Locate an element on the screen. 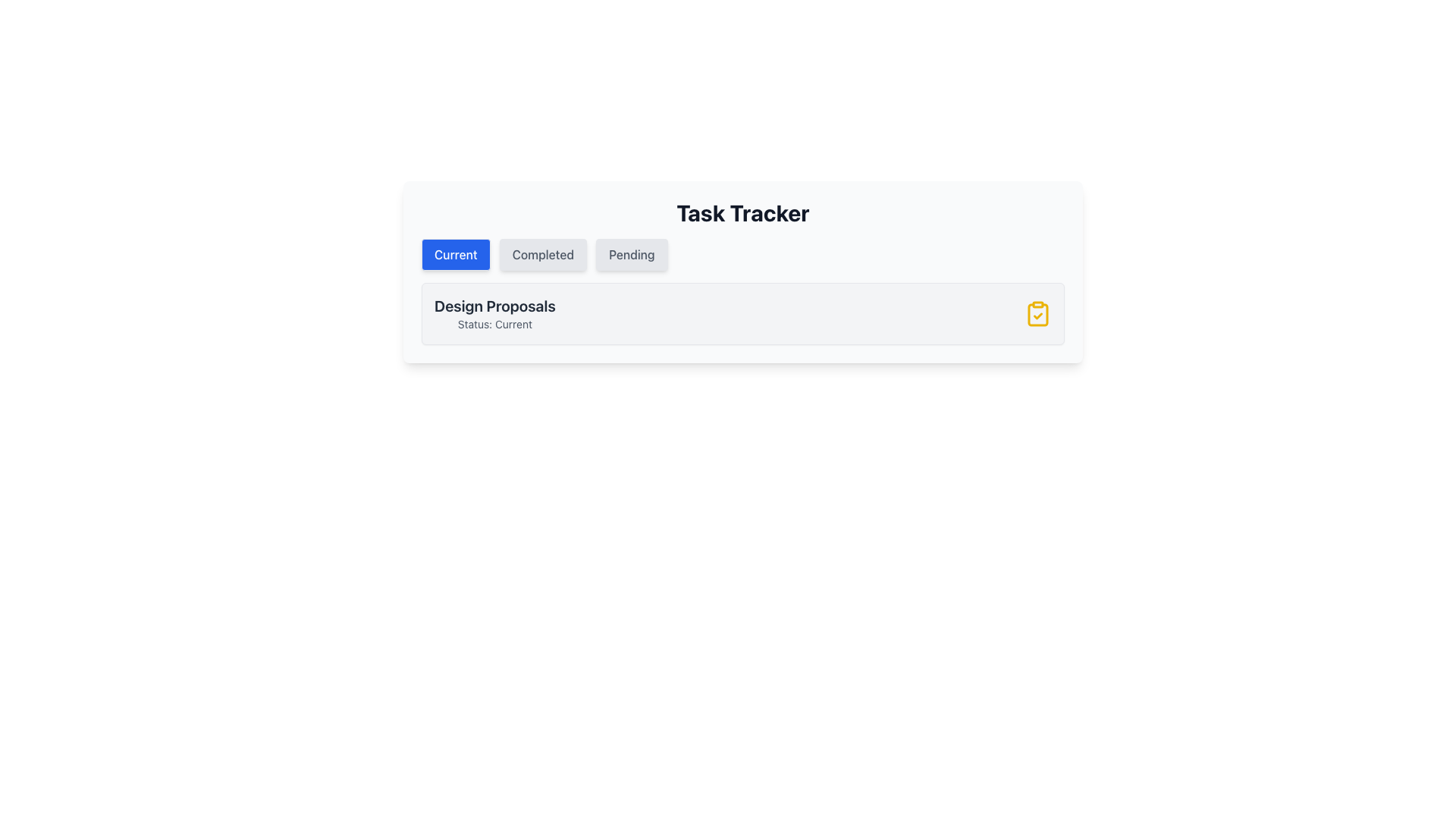 The width and height of the screenshot is (1456, 819). the 'Pending' button, which is the third button in a group of three horizontally aligned buttons located beneath the 'Task Tracker' heading is located at coordinates (632, 253).